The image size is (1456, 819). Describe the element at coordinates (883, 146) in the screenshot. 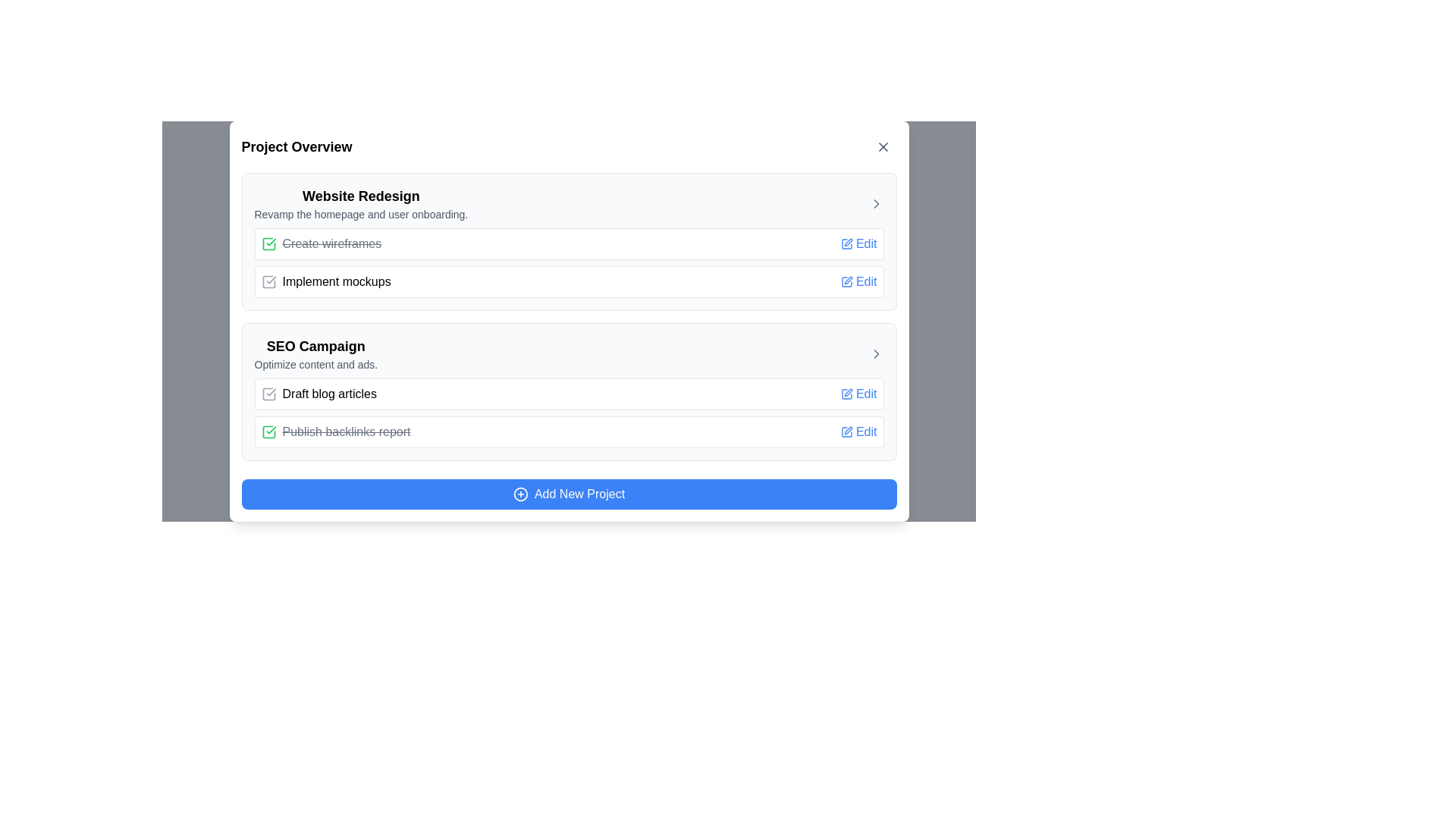

I see `the 'Close' button icon located at the top-right corner of the modal window` at that location.